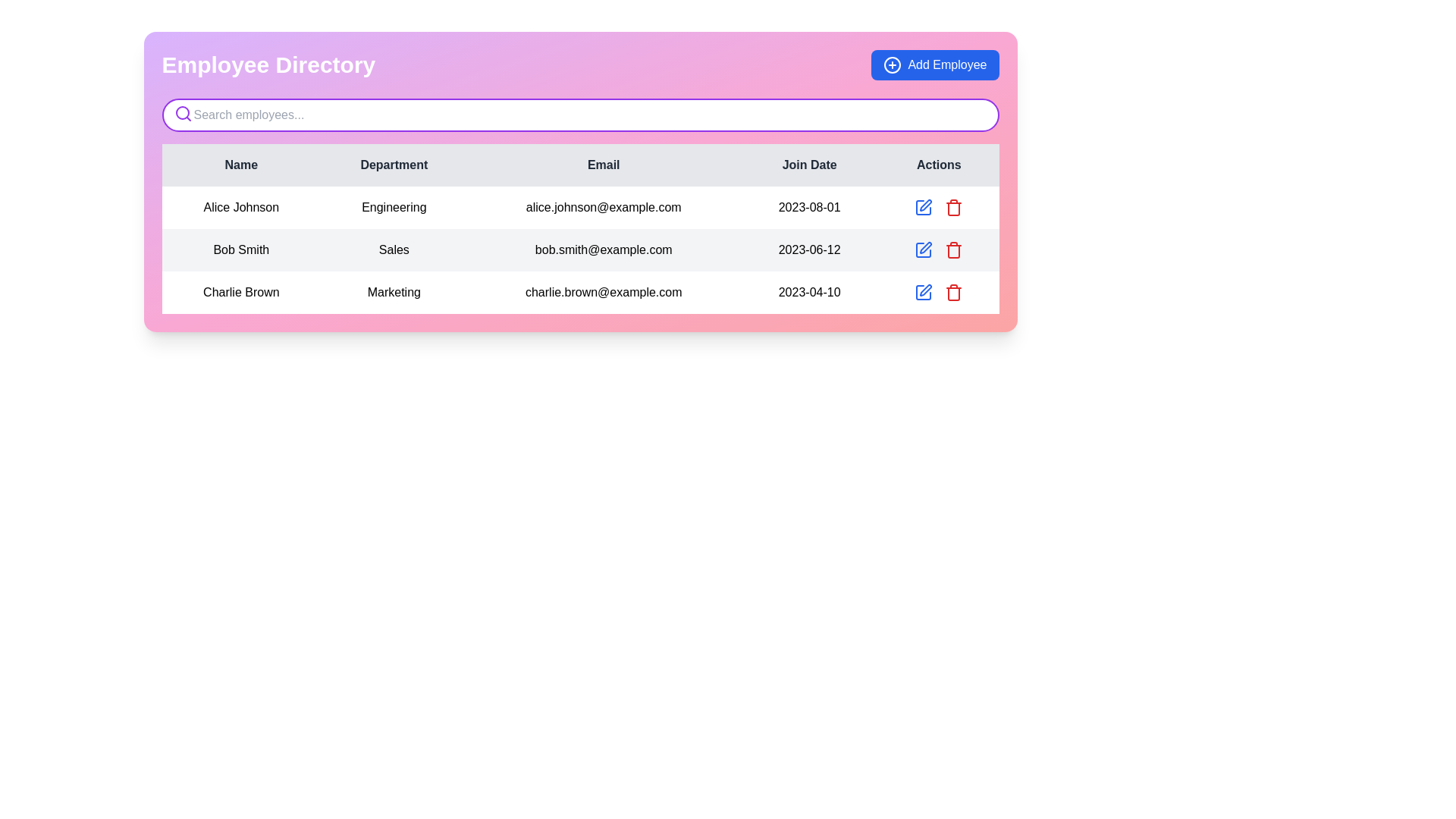 This screenshot has height=819, width=1456. What do you see at coordinates (394, 207) in the screenshot?
I see `the text label displaying 'Engineering' located in the second column of the row associated with 'Alice Johnson'` at bounding box center [394, 207].